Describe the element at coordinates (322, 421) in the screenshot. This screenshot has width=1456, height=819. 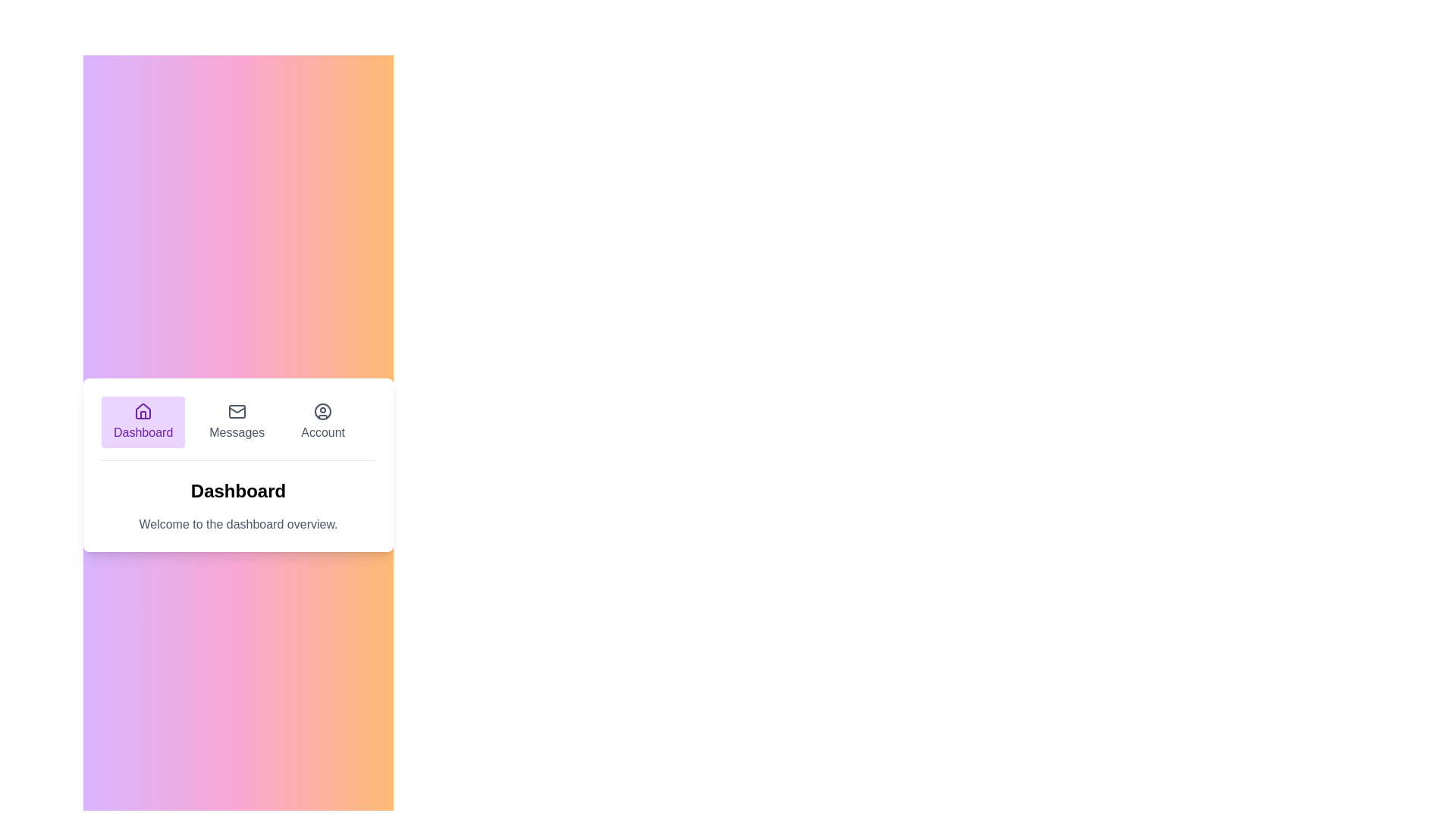
I see `the Account tab by clicking on it` at that location.